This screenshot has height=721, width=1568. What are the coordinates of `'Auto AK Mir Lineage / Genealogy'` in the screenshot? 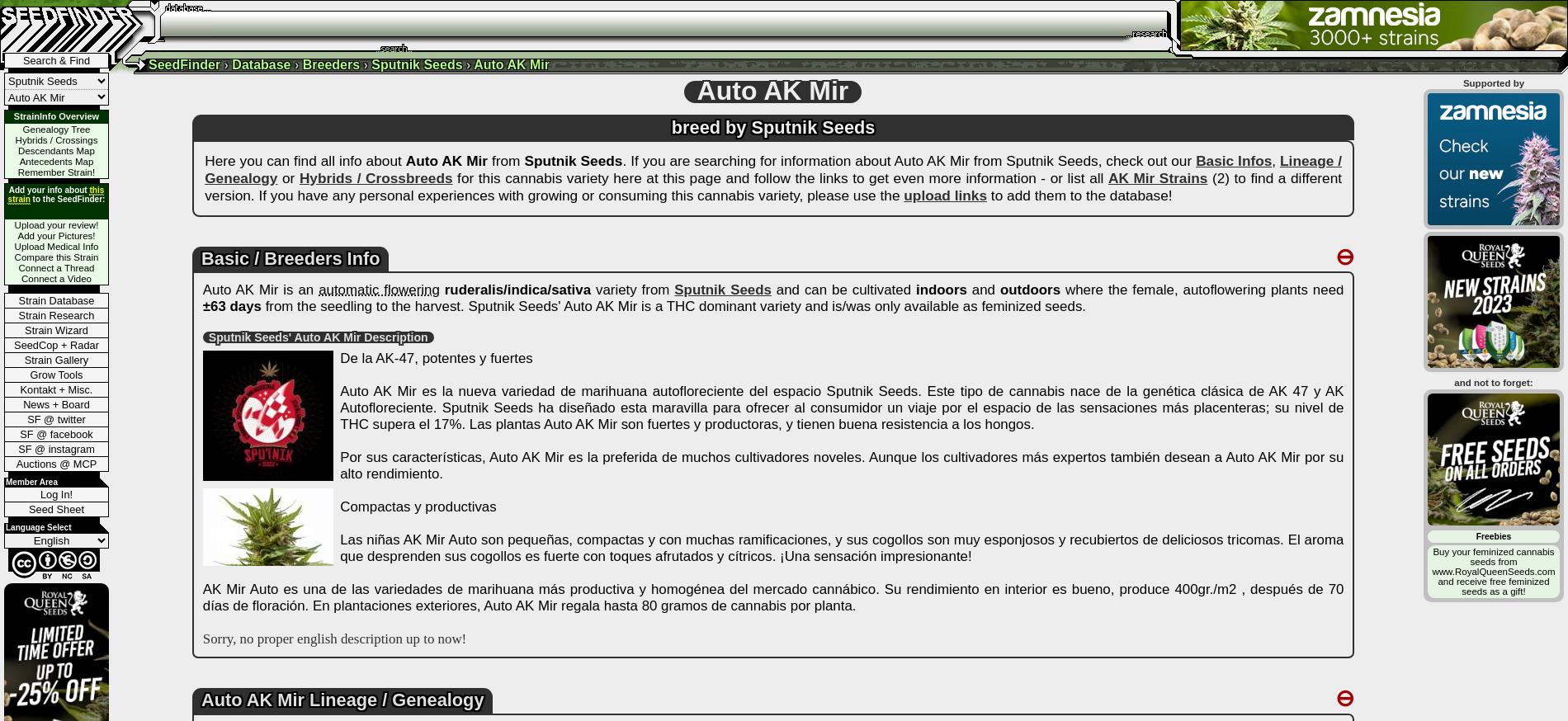 It's located at (341, 700).